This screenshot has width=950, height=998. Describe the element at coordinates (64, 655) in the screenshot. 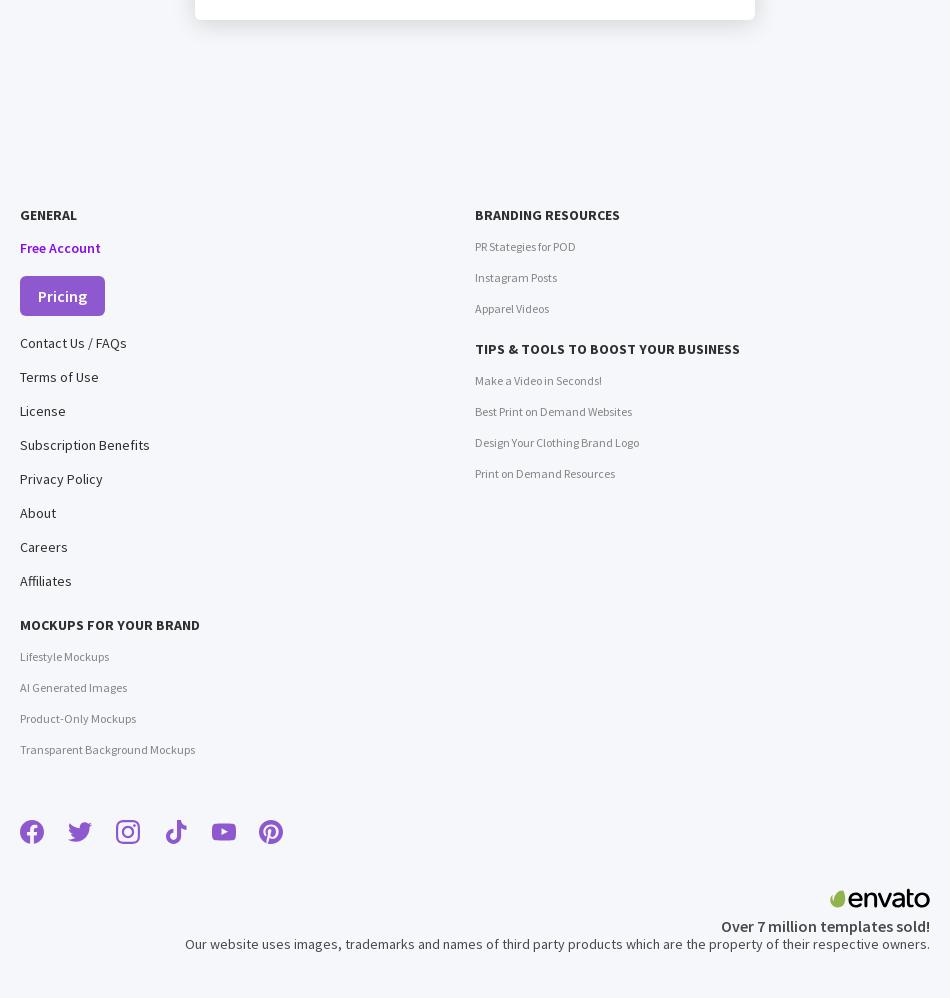

I see `'Lifestyle Mockups'` at that location.